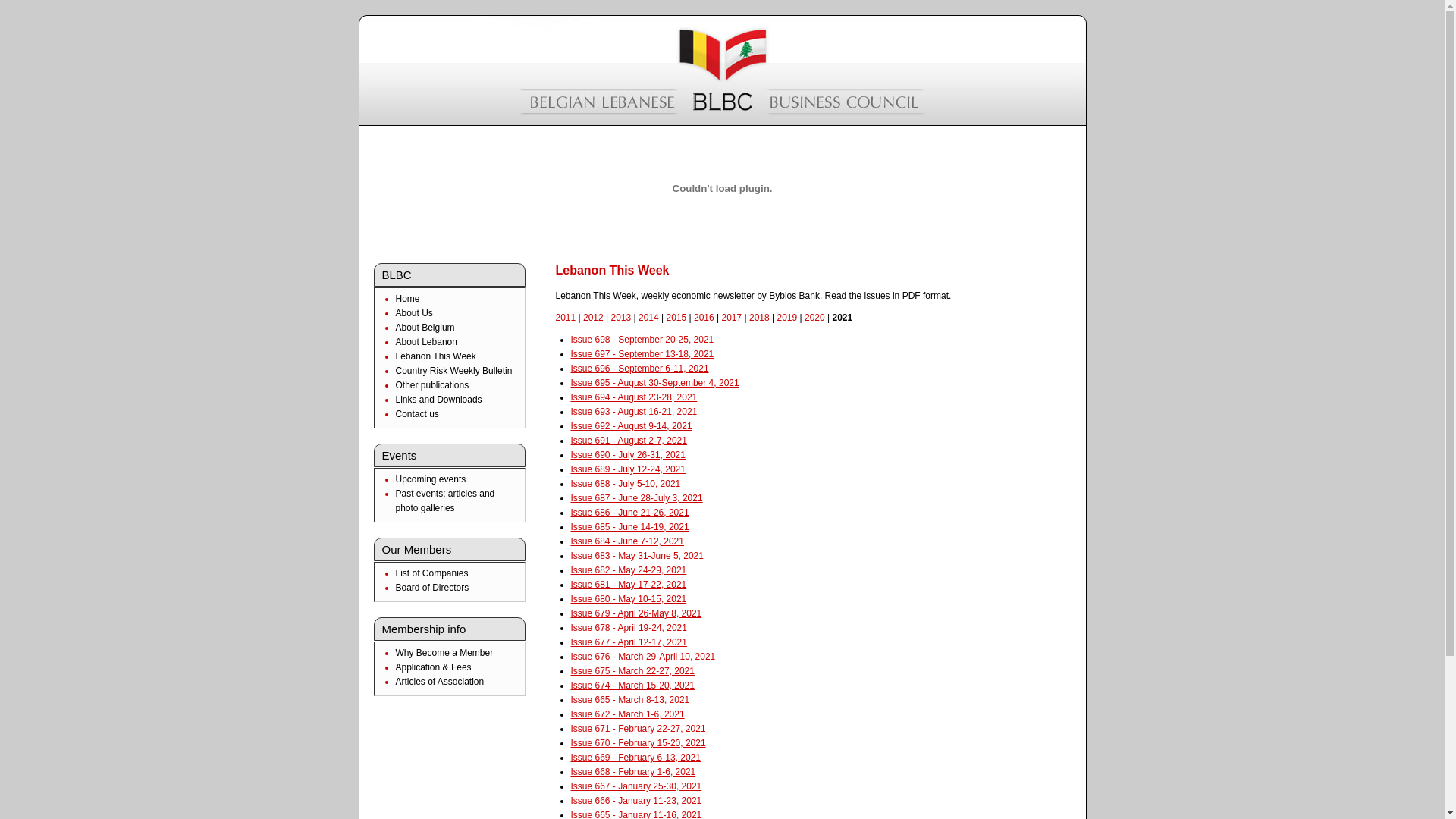  Describe the element at coordinates (570, 512) in the screenshot. I see `'Issue 686 - June 21-26, 2021'` at that location.